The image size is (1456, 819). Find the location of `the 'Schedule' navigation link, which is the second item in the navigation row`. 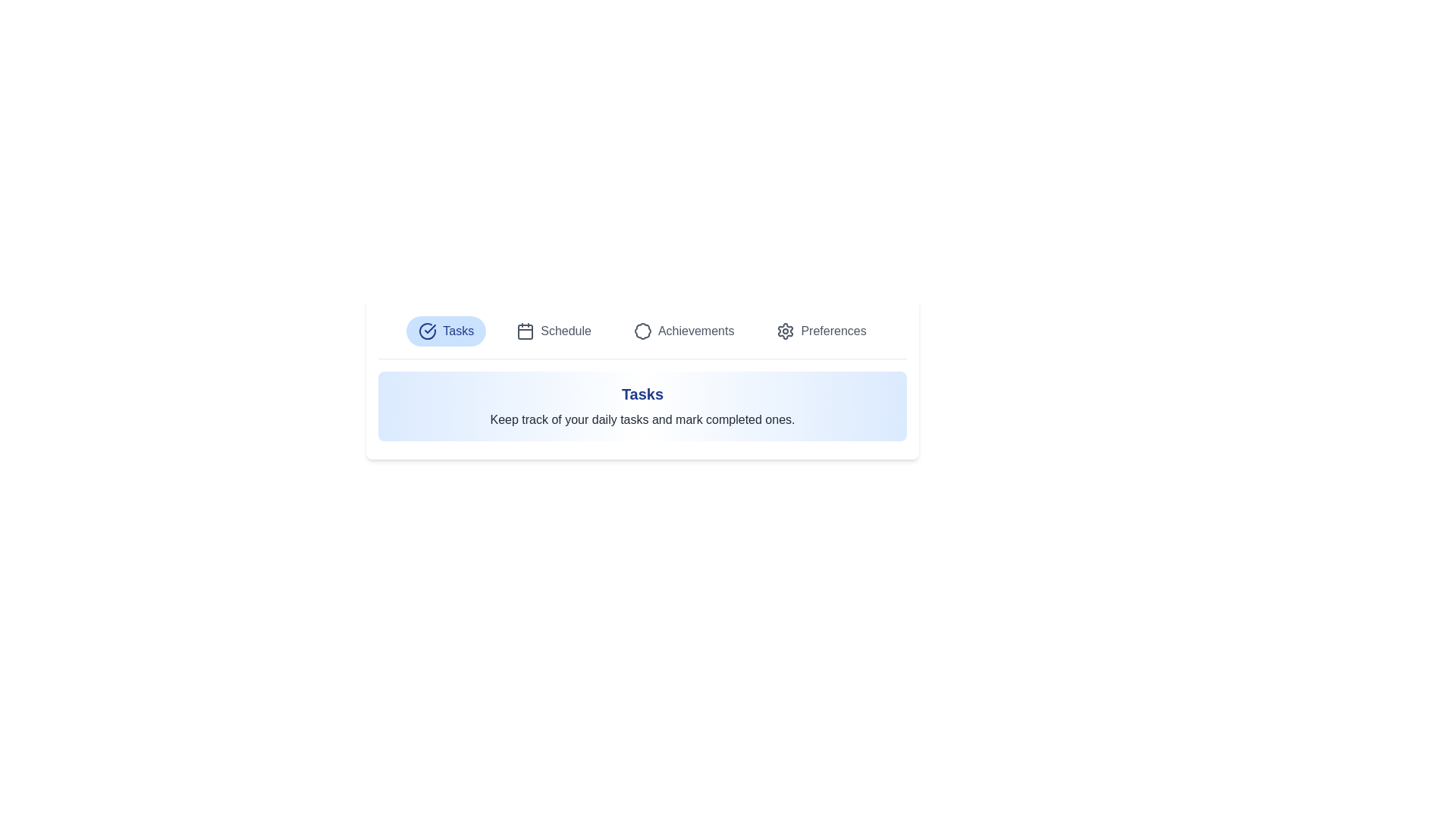

the 'Schedule' navigation link, which is the second item in the navigation row is located at coordinates (565, 330).